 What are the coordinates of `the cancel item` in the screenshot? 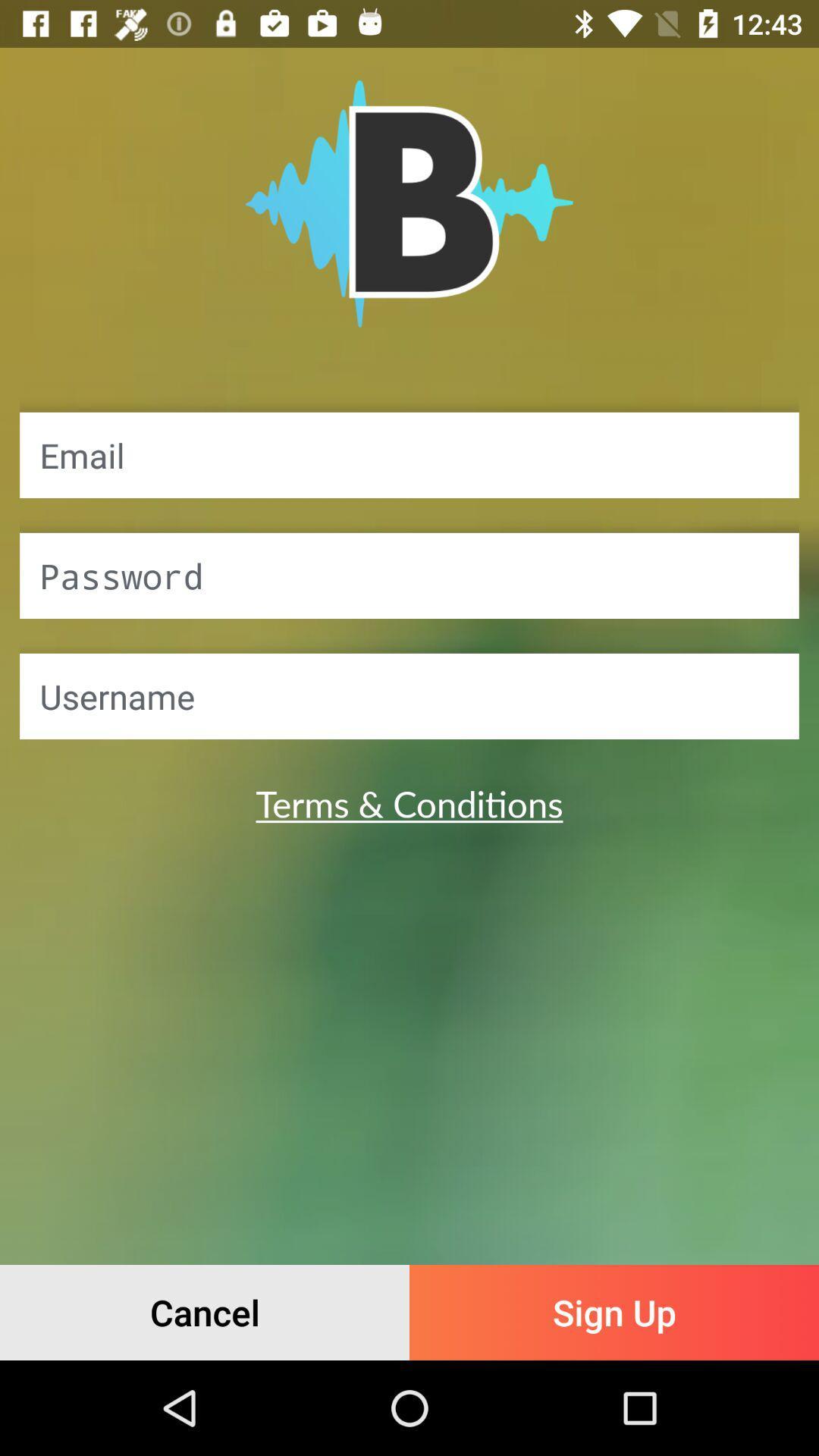 It's located at (205, 1312).